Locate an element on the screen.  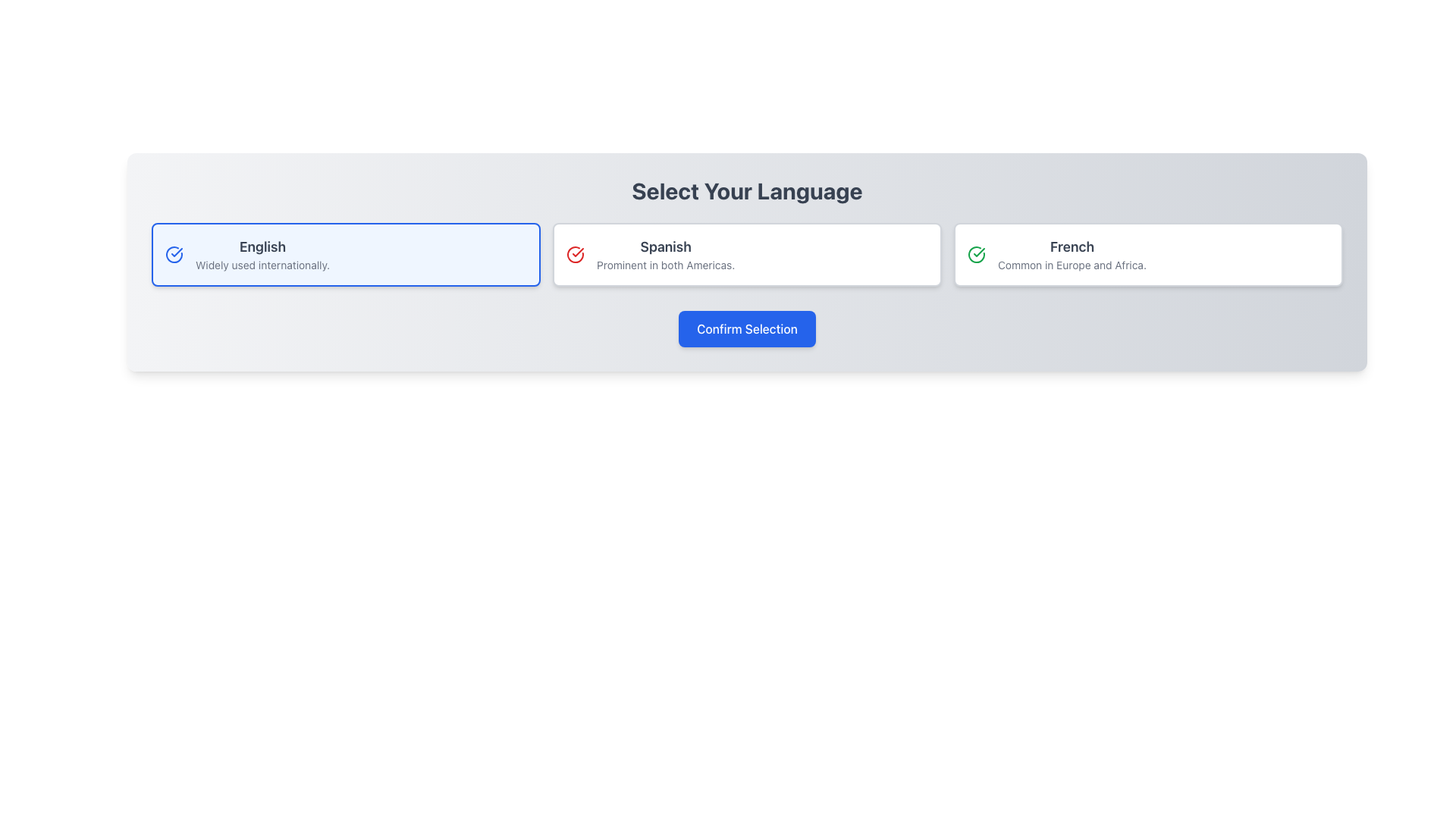
the selection confirmation icon located within the rectangular card labeled 'English Widely used internationally' is located at coordinates (174, 253).